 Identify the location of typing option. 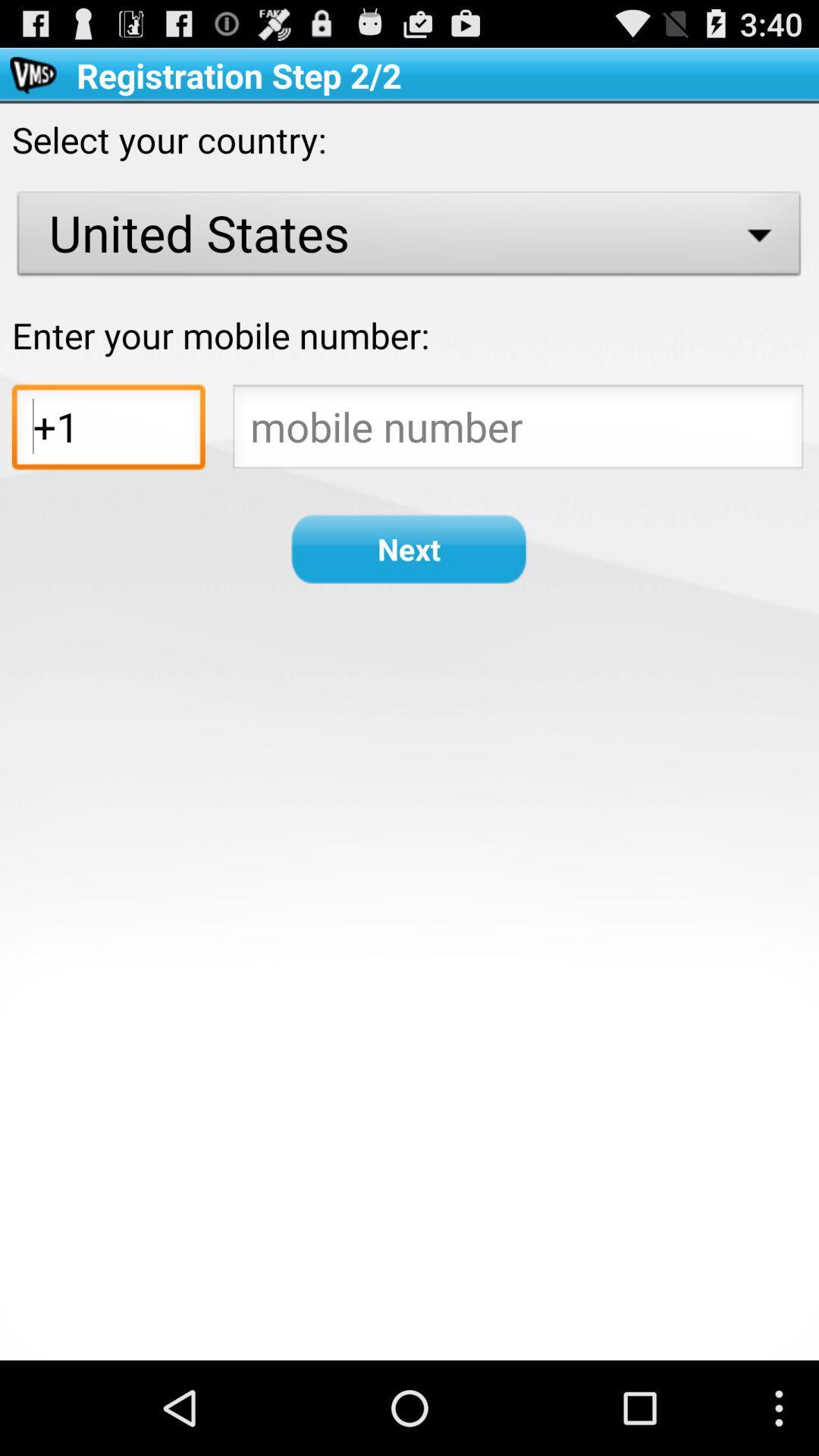
(517, 430).